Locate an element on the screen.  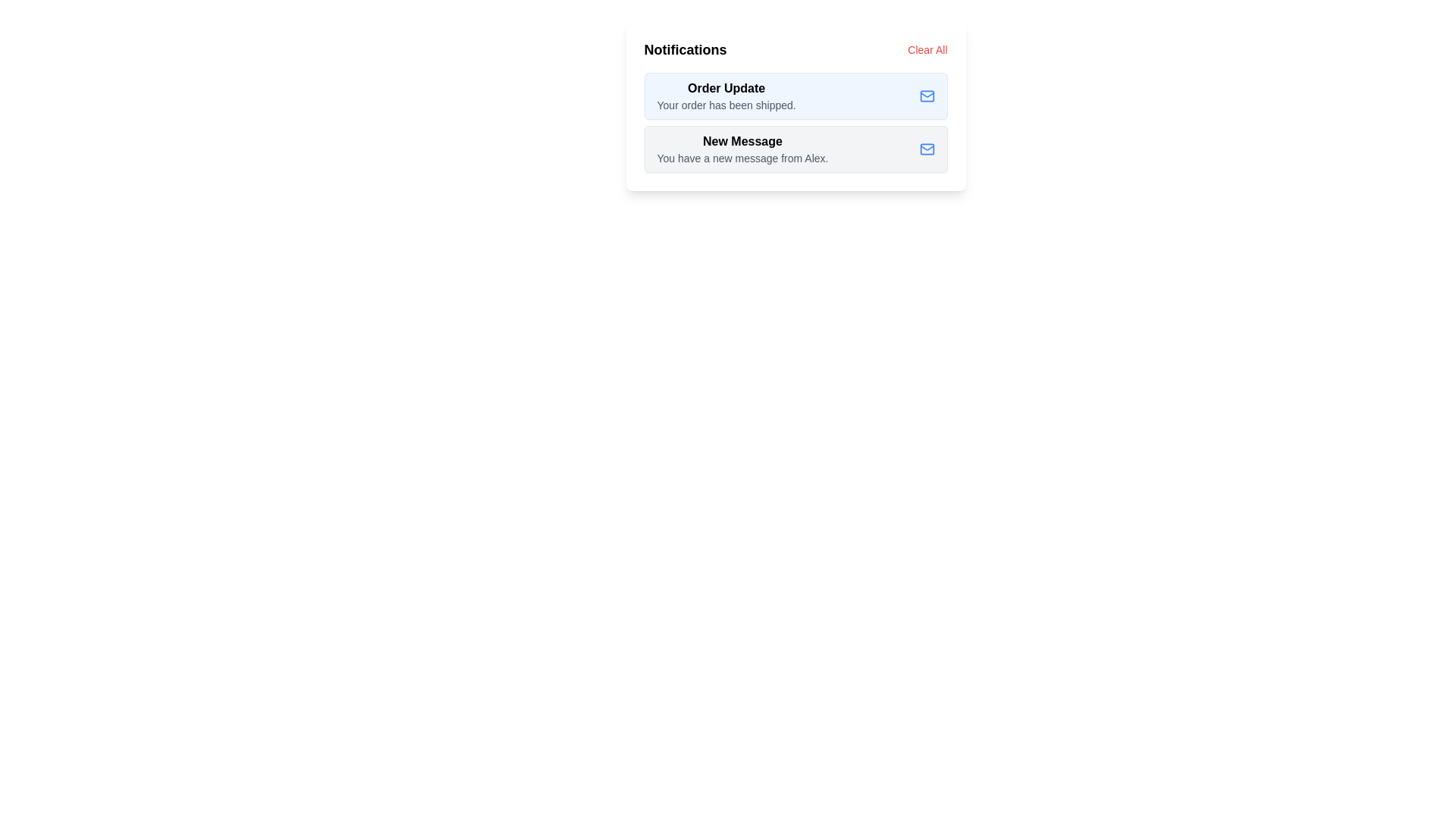
the mail or order updates icon located on the right side of the 'Order Update' notification card, positioned at the top-right corner and aligned with the text 'Order Update' is located at coordinates (926, 96).